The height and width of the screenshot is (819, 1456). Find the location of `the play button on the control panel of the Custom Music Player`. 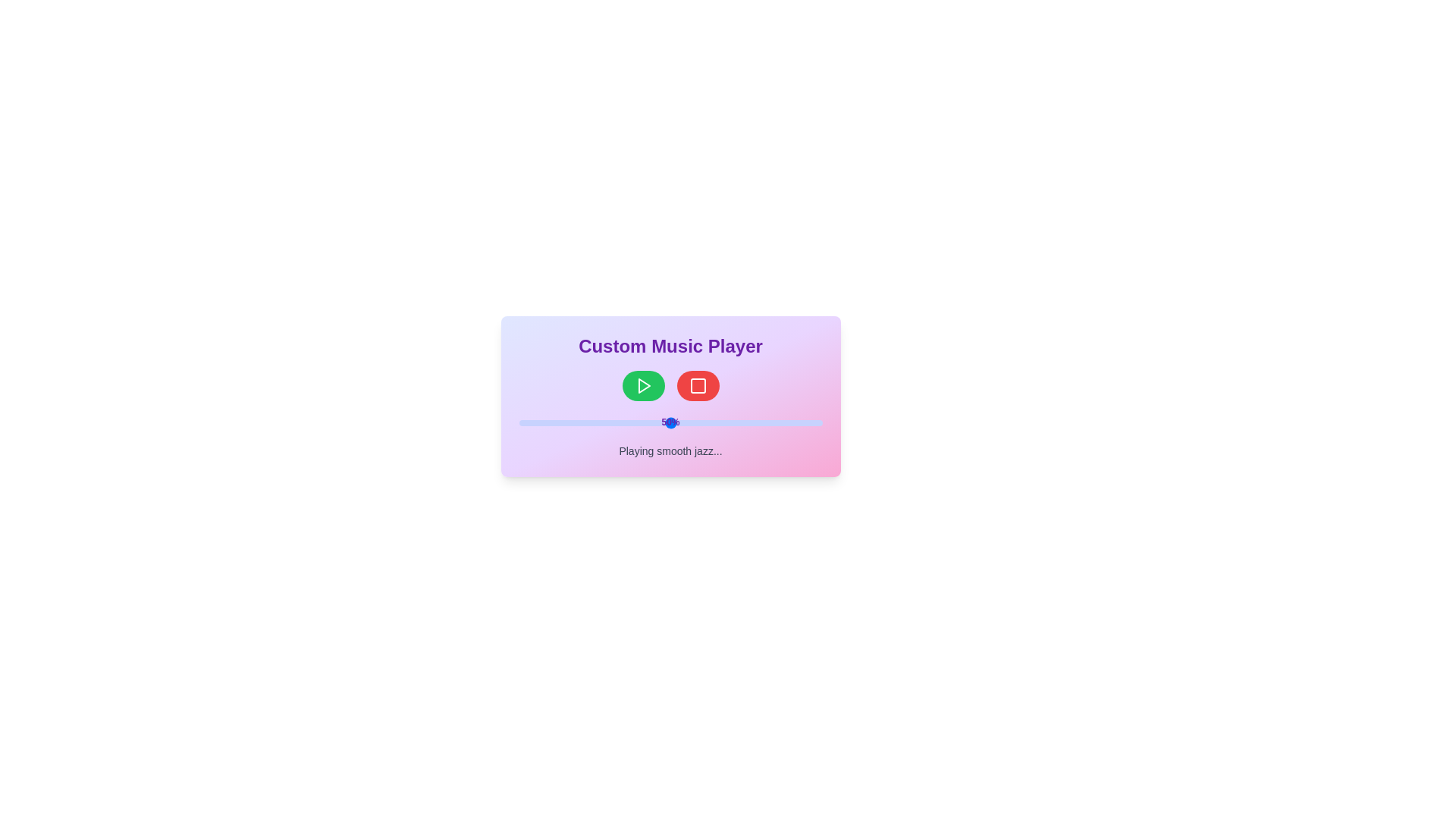

the play button on the control panel of the Custom Music Player is located at coordinates (670, 385).